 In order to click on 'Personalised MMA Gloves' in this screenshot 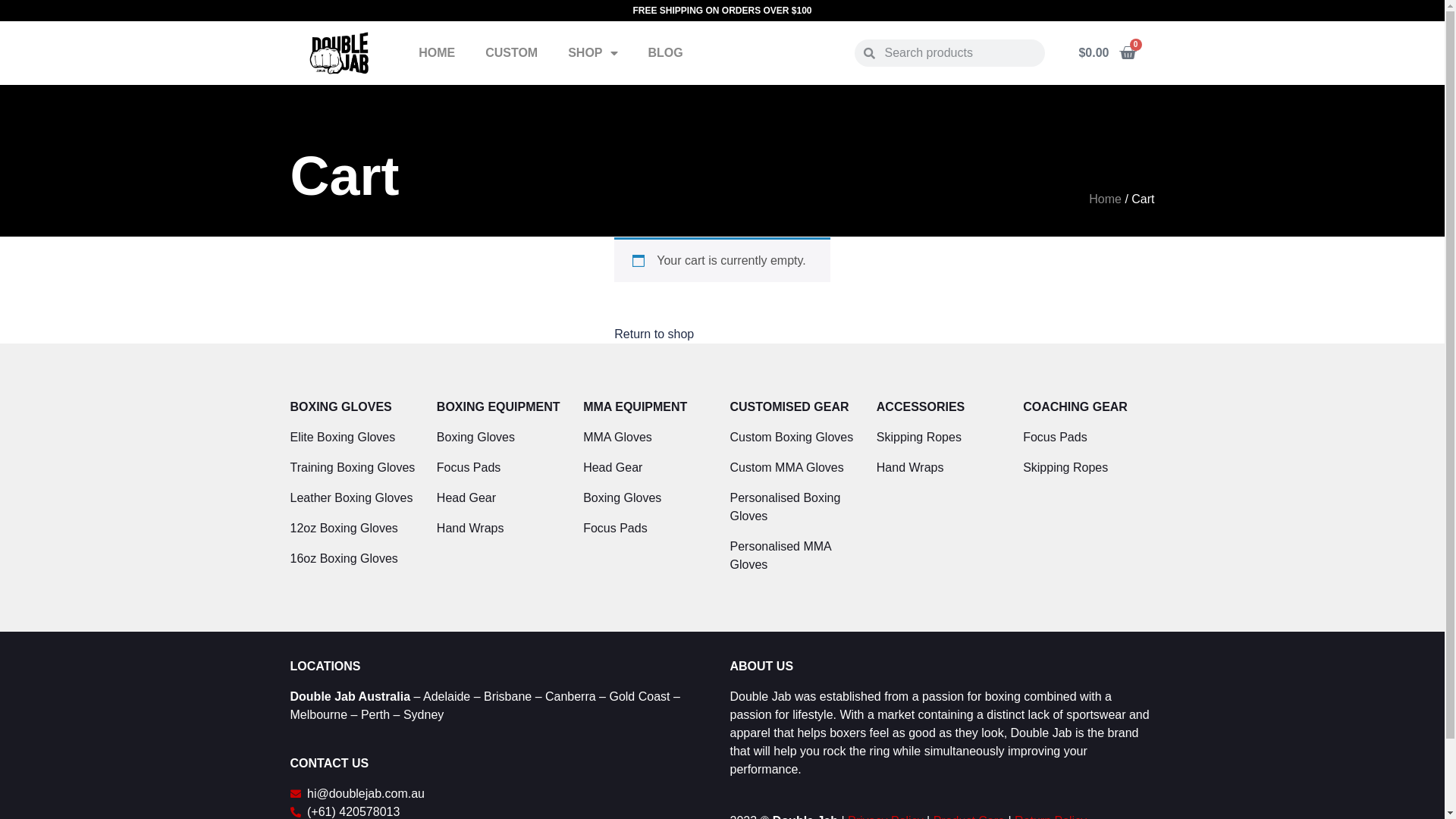, I will do `click(729, 555)`.